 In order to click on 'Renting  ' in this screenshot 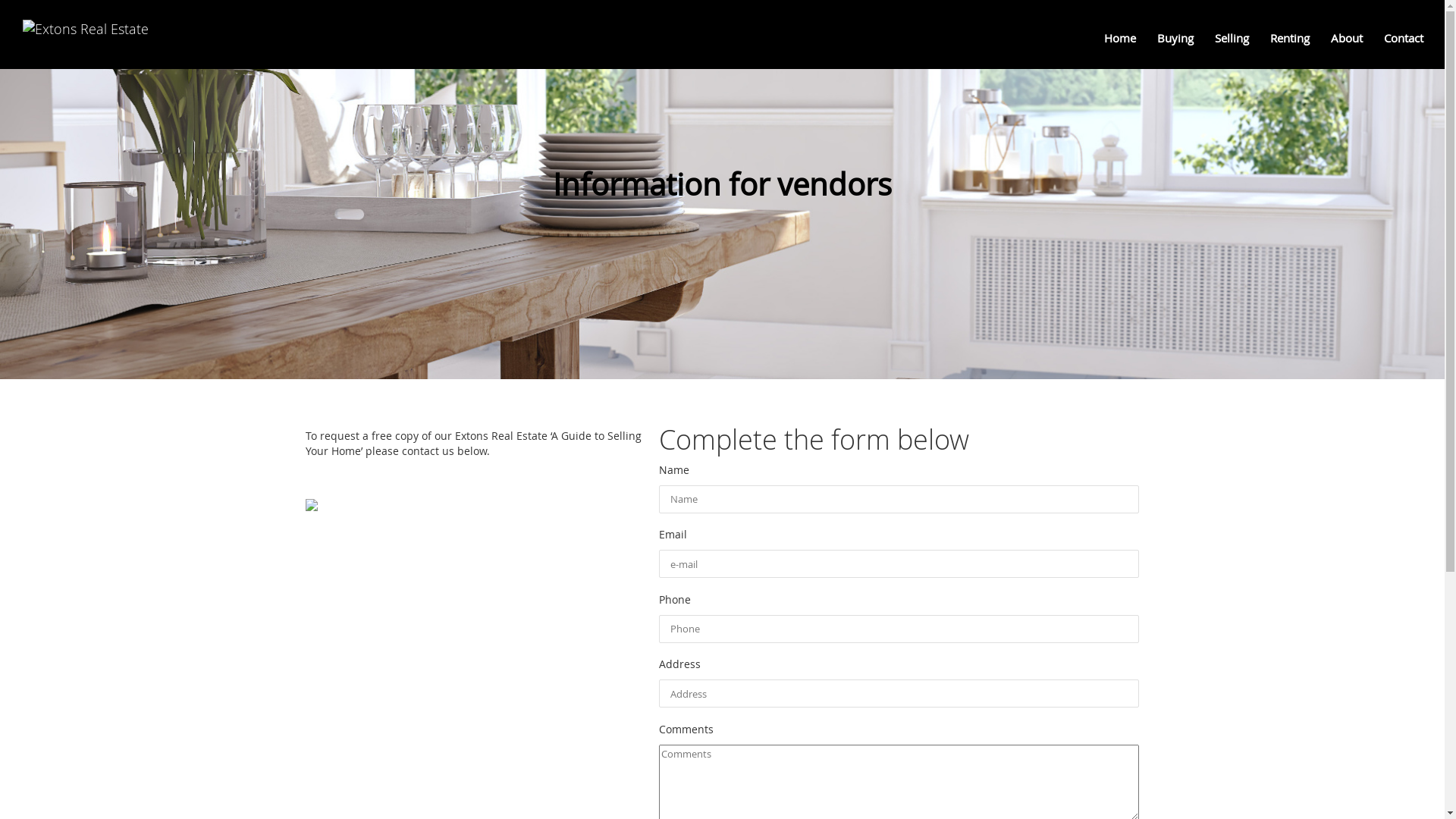, I will do `click(1291, 41)`.